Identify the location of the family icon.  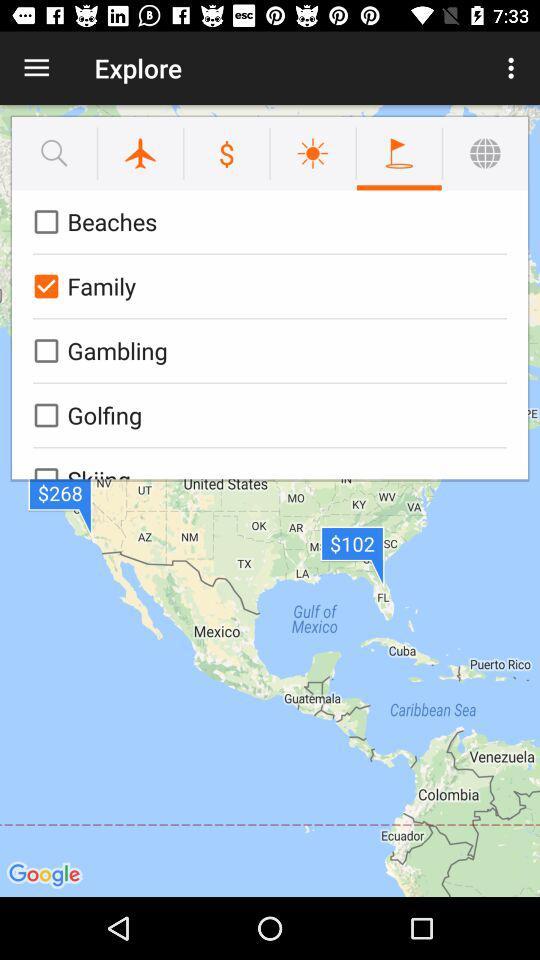
(266, 285).